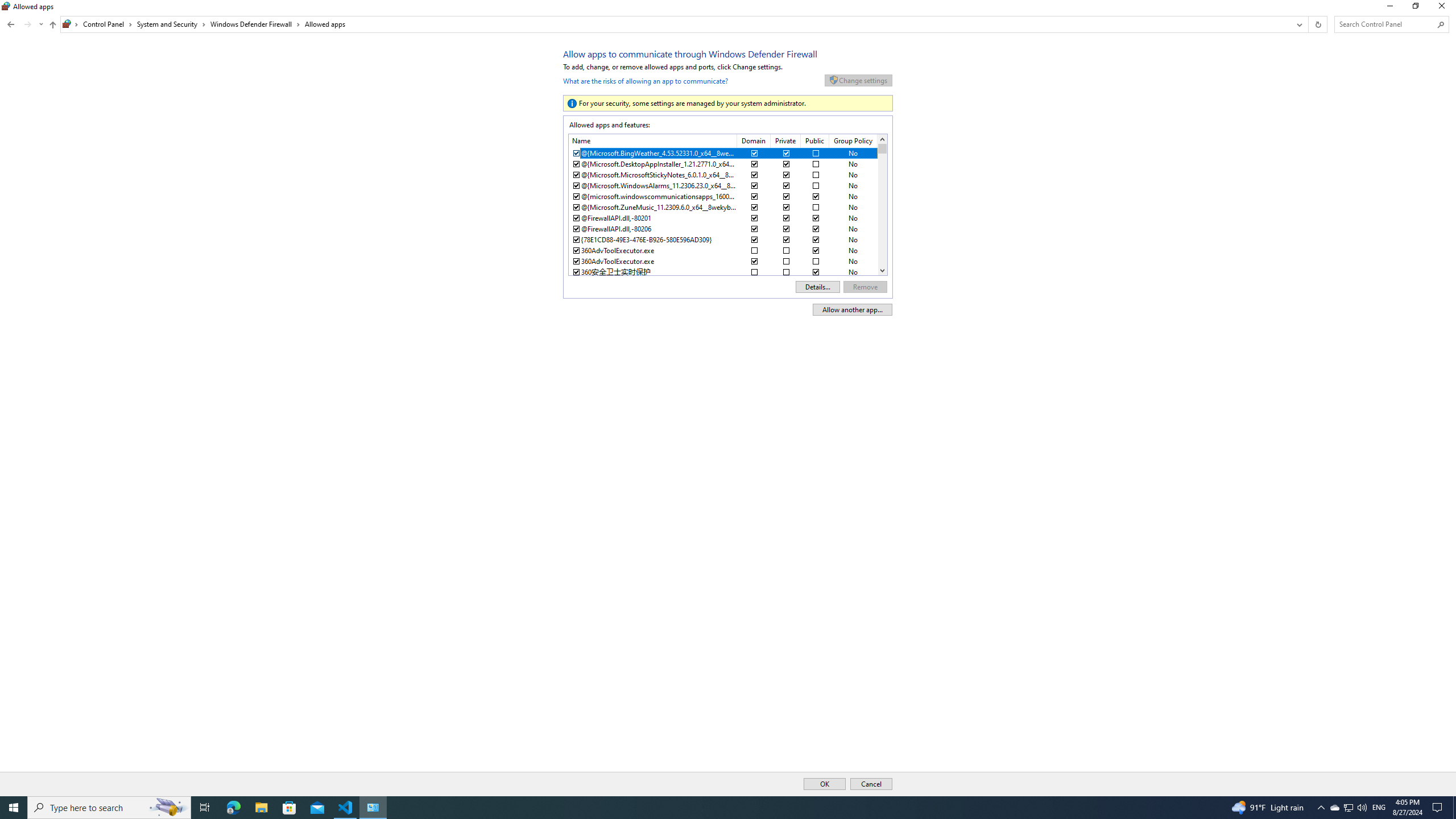 The image size is (1456, 819). Describe the element at coordinates (871, 784) in the screenshot. I see `'Cancel'` at that location.